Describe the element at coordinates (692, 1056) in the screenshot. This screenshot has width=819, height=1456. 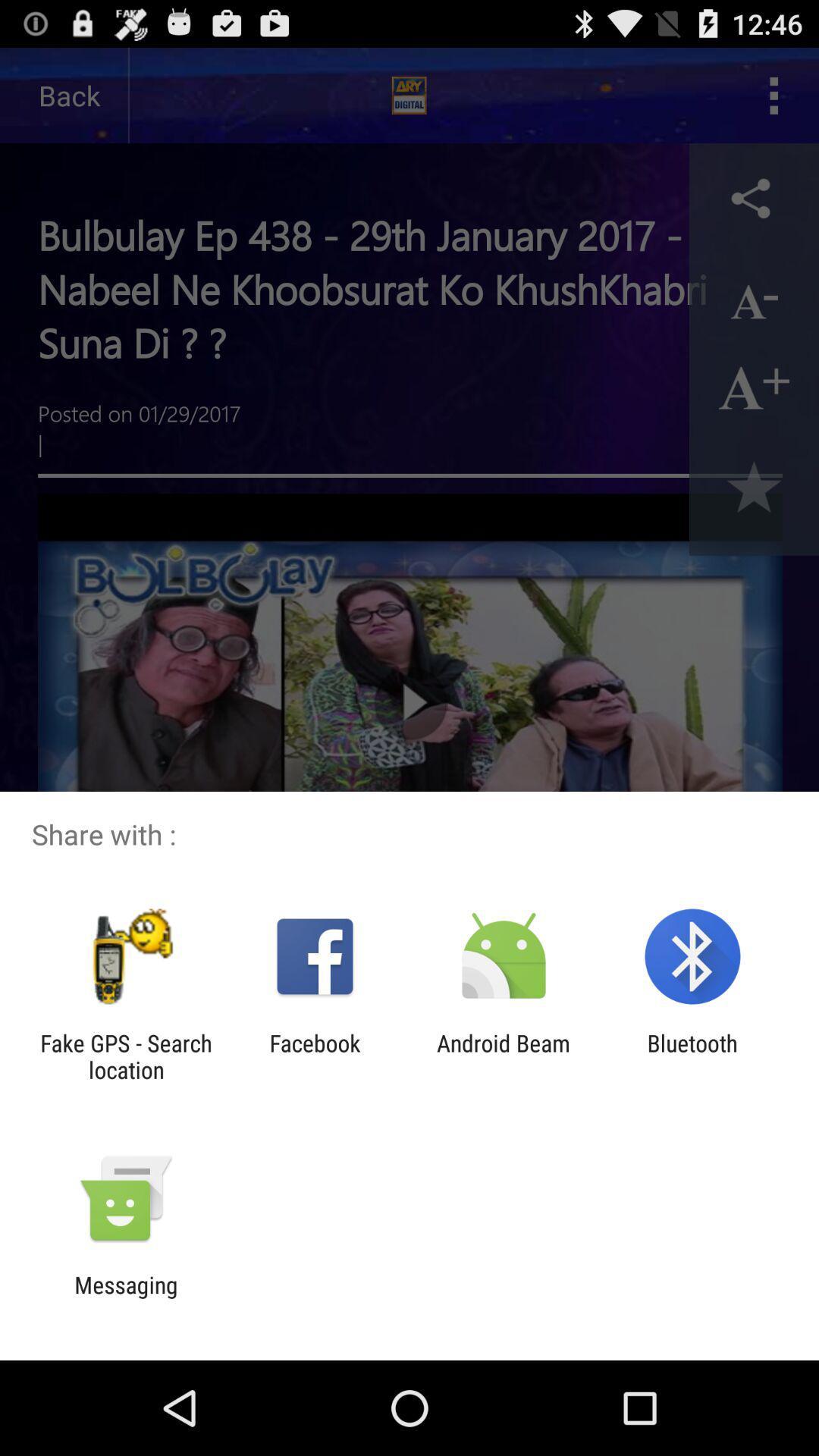
I see `bluetooth item` at that location.